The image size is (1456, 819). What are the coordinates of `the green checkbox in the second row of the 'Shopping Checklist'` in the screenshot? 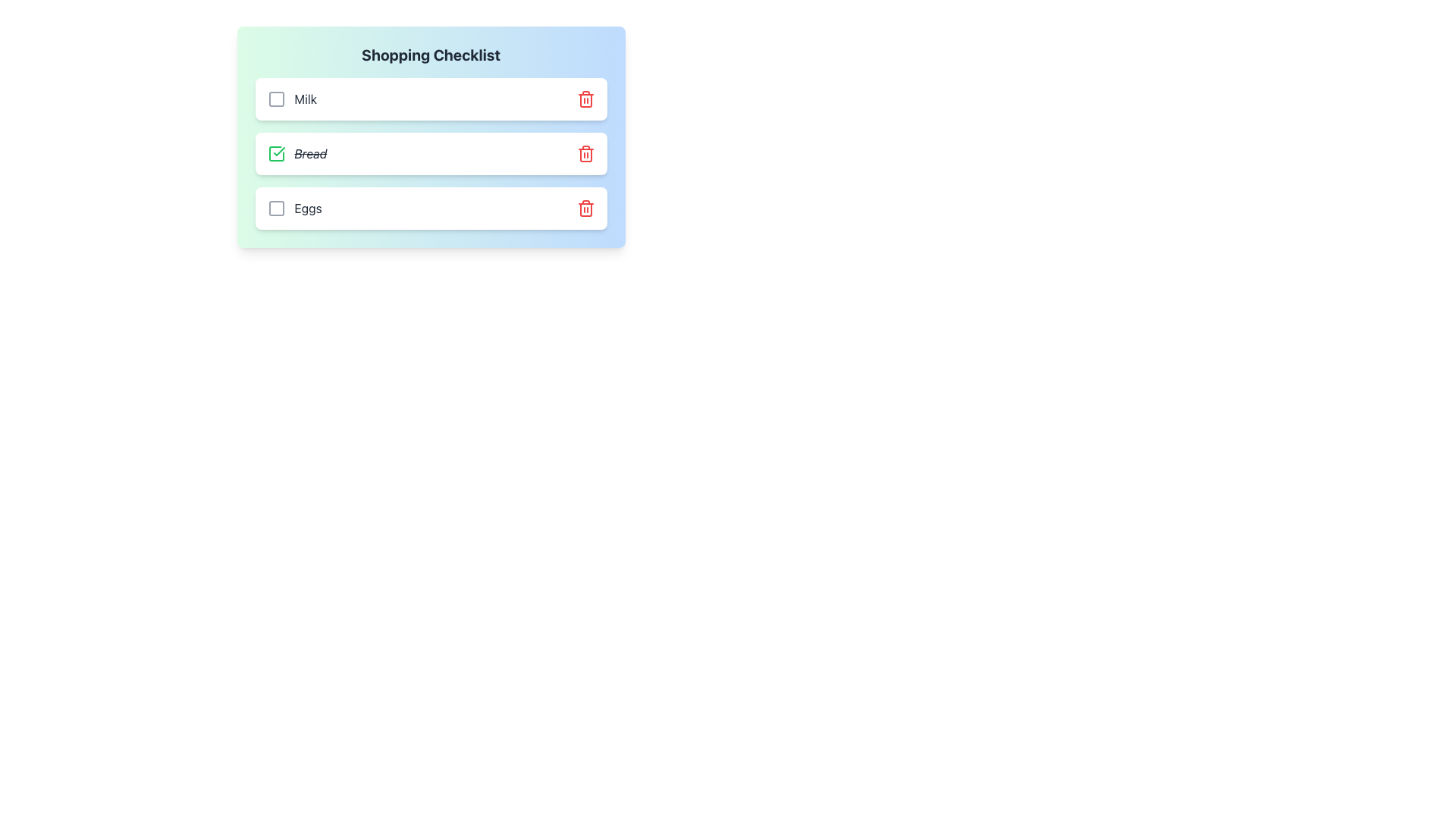 It's located at (430, 154).